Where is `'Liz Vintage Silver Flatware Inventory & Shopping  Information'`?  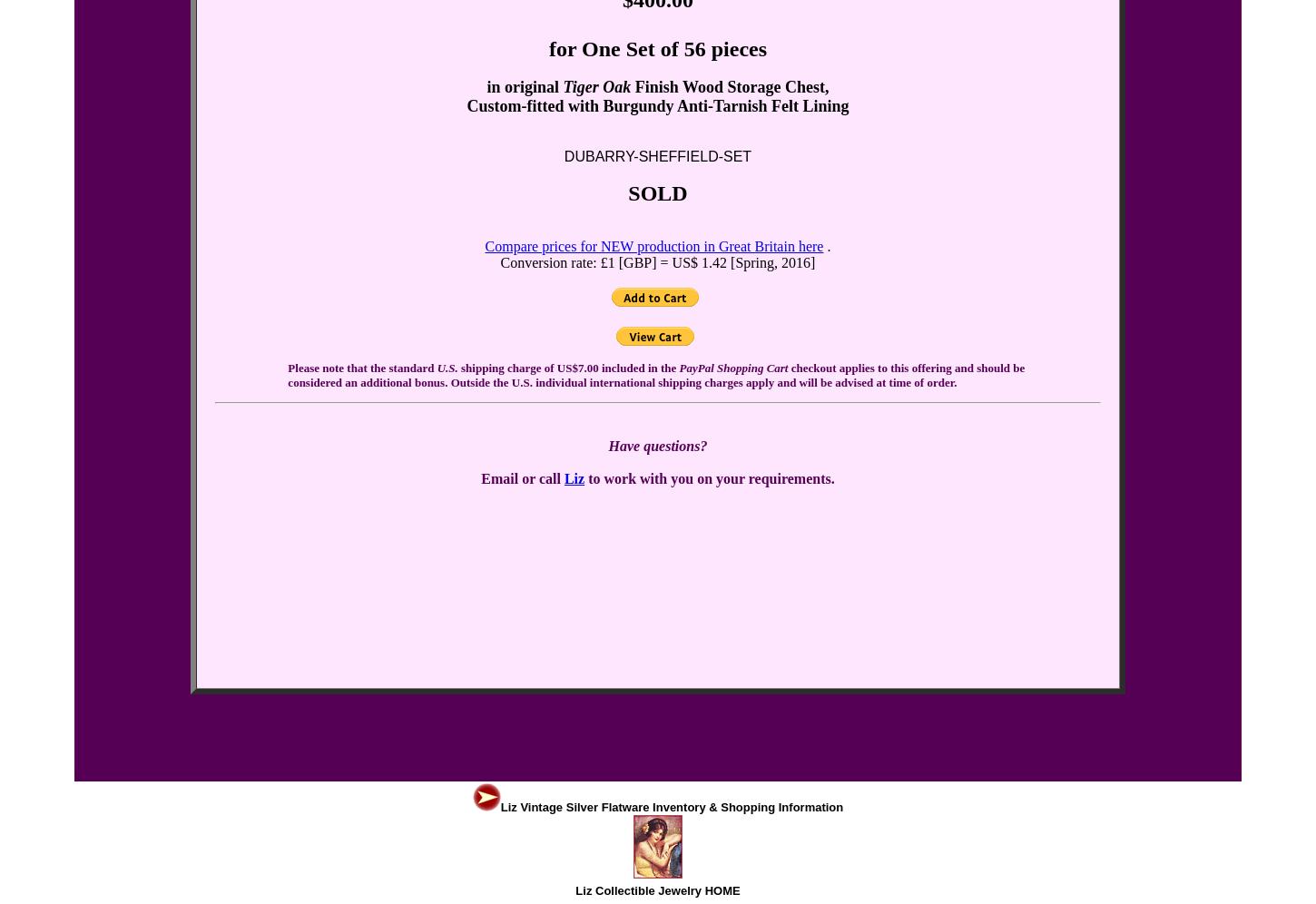 'Liz Vintage Silver Flatware Inventory & Shopping  Information' is located at coordinates (500, 806).